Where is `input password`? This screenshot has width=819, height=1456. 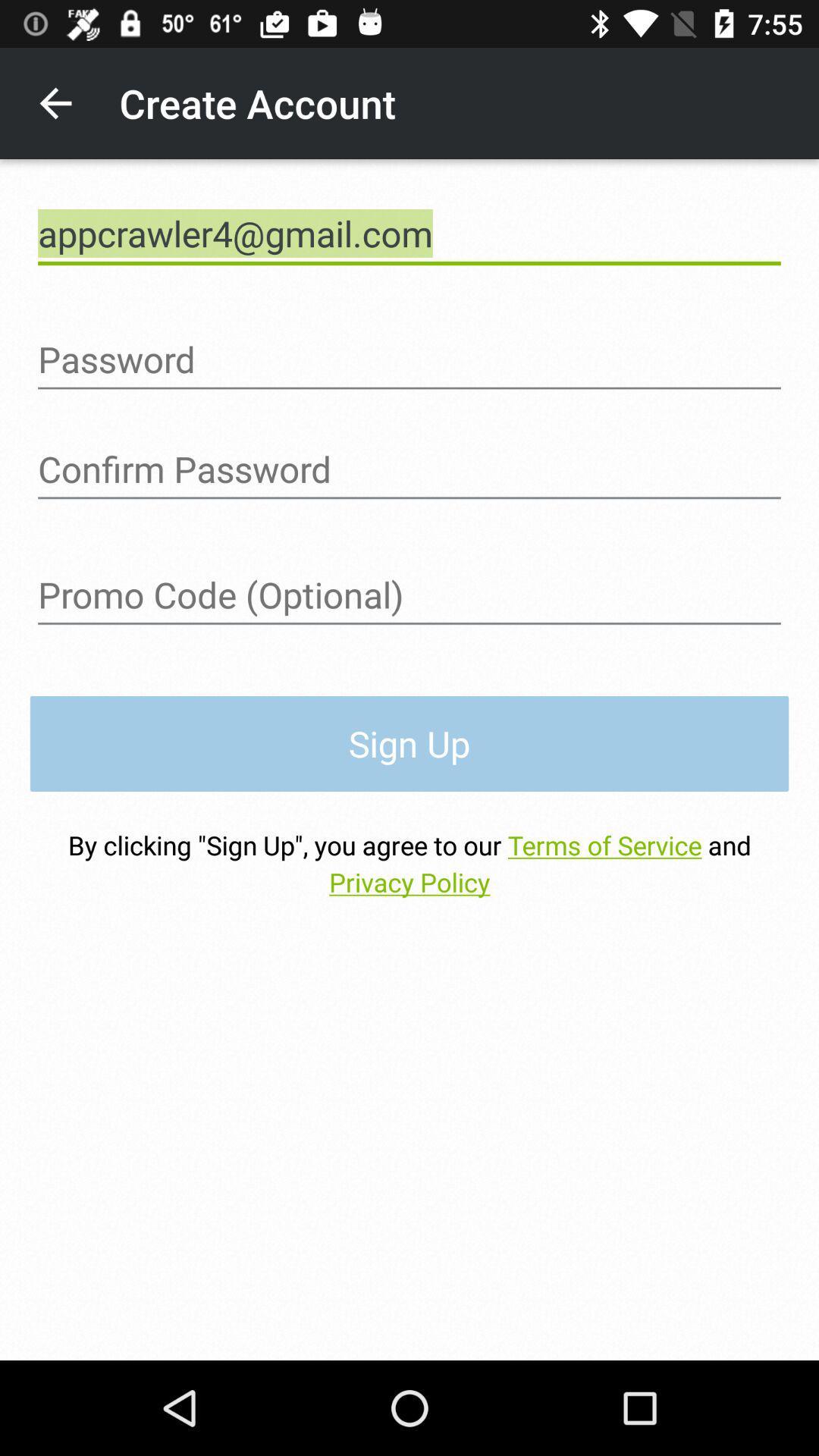 input password is located at coordinates (409, 359).